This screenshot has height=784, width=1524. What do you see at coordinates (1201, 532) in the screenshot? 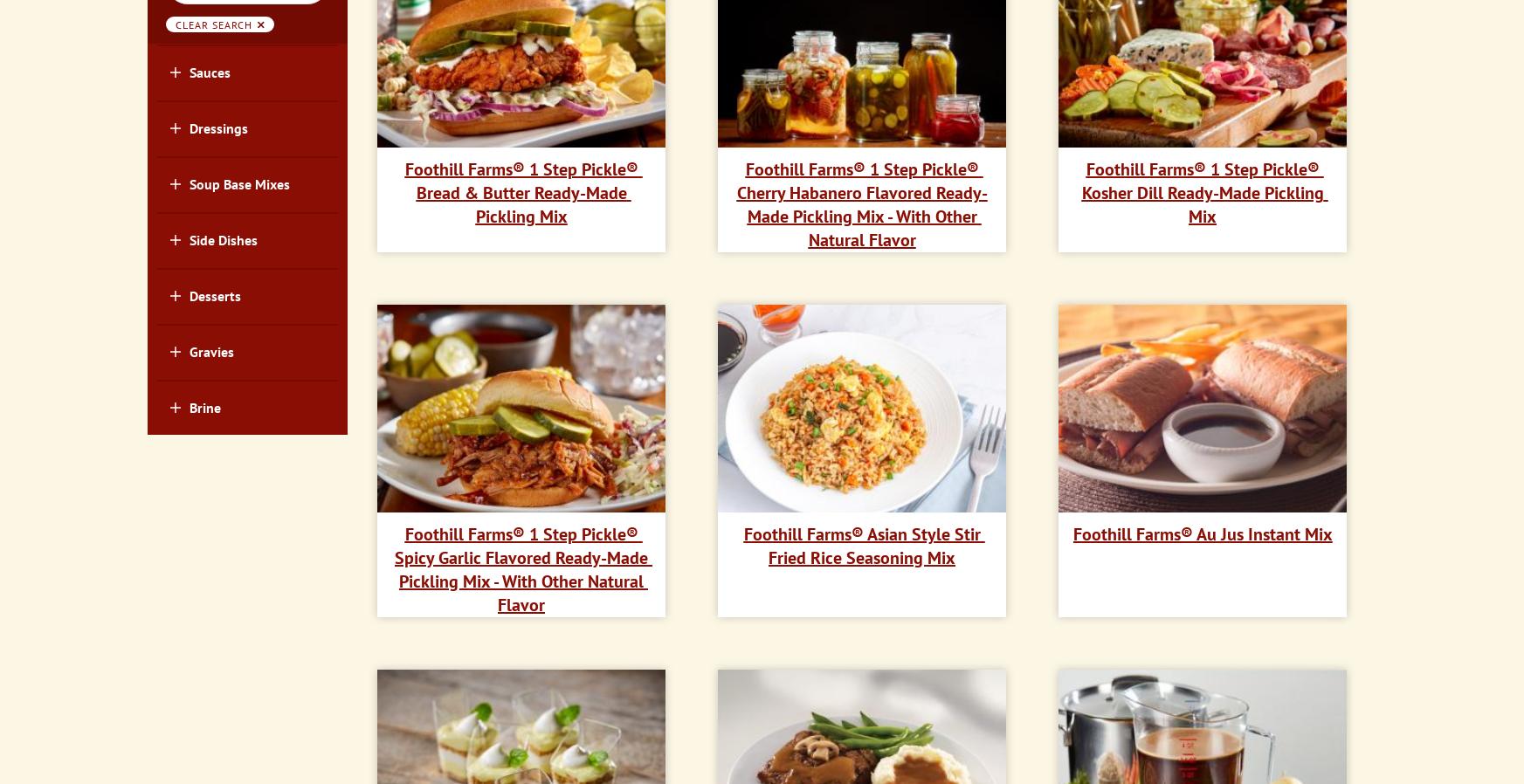
I see `'Foothill Farms® Au Jus Instant Mix'` at bounding box center [1201, 532].